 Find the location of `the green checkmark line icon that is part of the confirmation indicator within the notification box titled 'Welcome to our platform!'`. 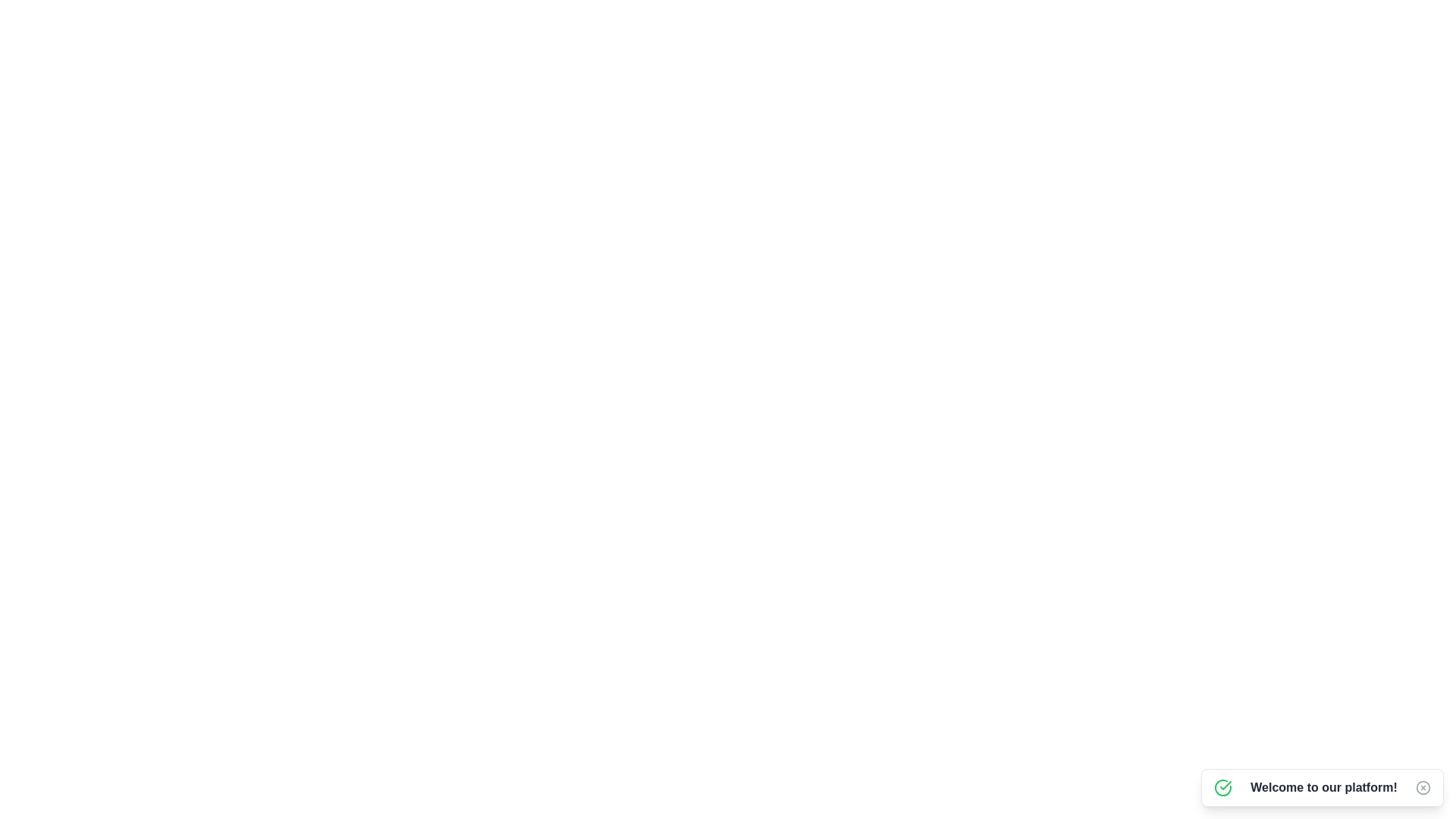

the green checkmark line icon that is part of the confirmation indicator within the notification box titled 'Welcome to our platform!' is located at coordinates (1225, 785).